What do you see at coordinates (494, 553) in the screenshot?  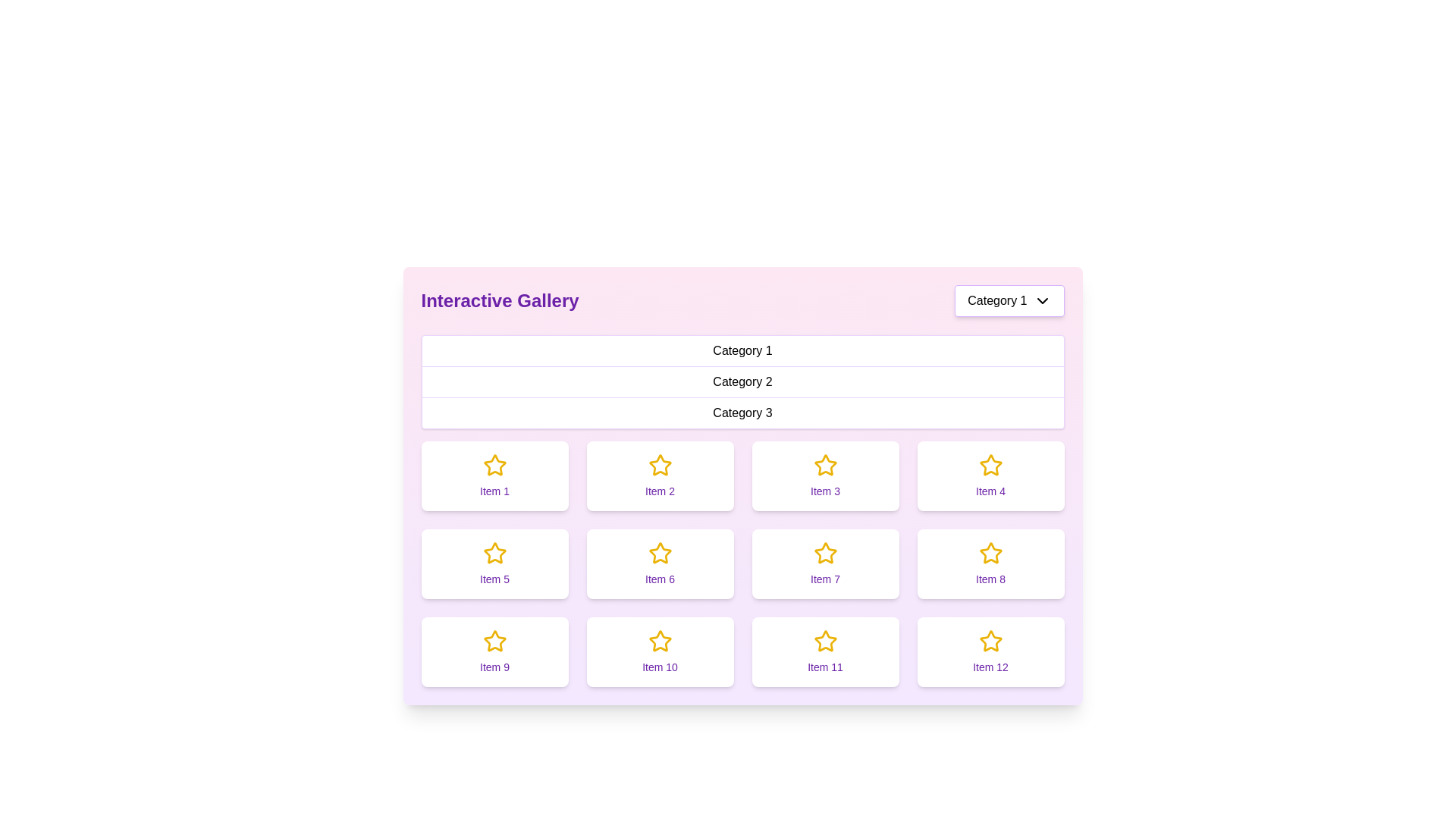 I see `the star icon on the card labeled 'Item 5', which is visually distinct with a white background and rounded corners, positioned in the first column of the second row` at bounding box center [494, 553].